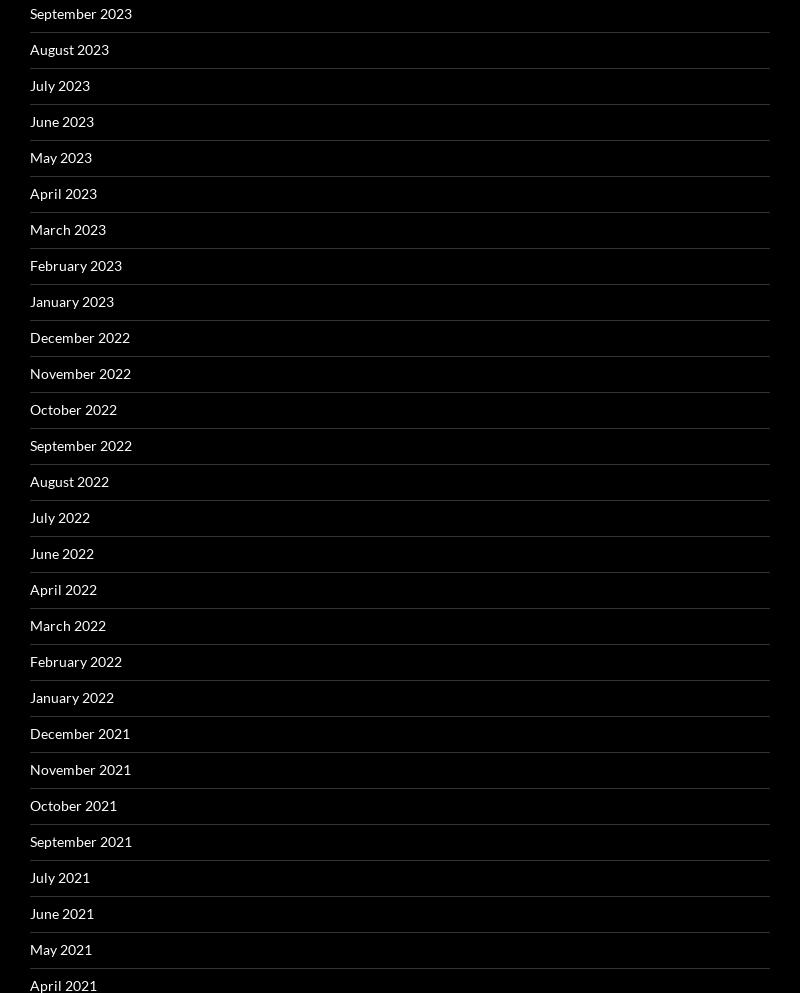 The image size is (800, 993). I want to click on 'June 2022', so click(61, 551).